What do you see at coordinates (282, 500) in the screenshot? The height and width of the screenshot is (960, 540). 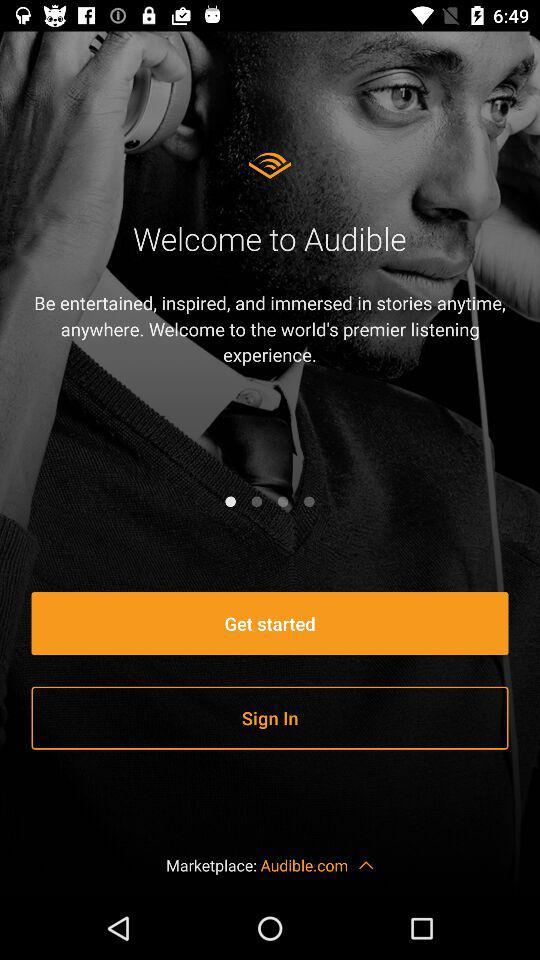 I see `slide` at bounding box center [282, 500].